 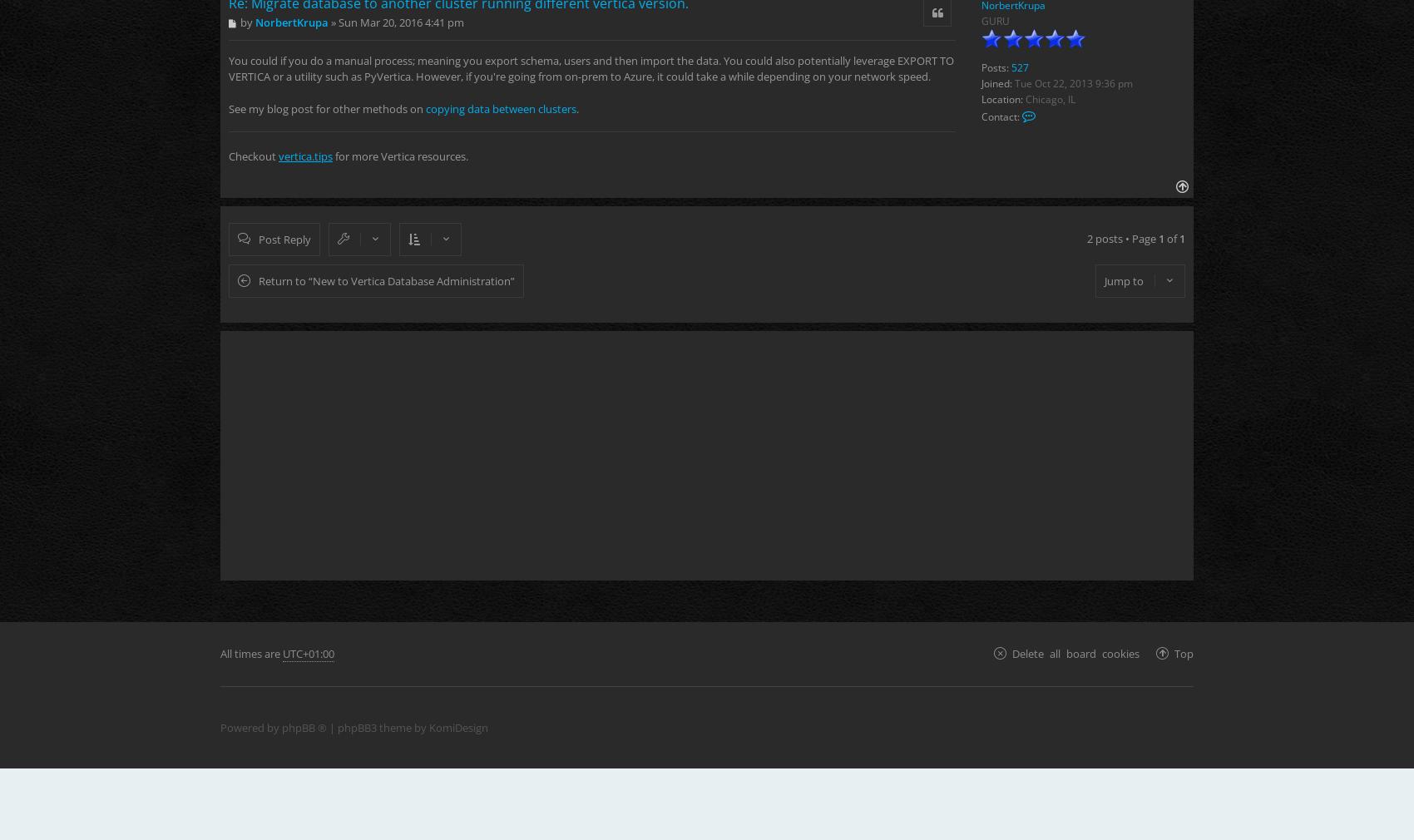 I want to click on 'KomiDesign', so click(x=457, y=726).